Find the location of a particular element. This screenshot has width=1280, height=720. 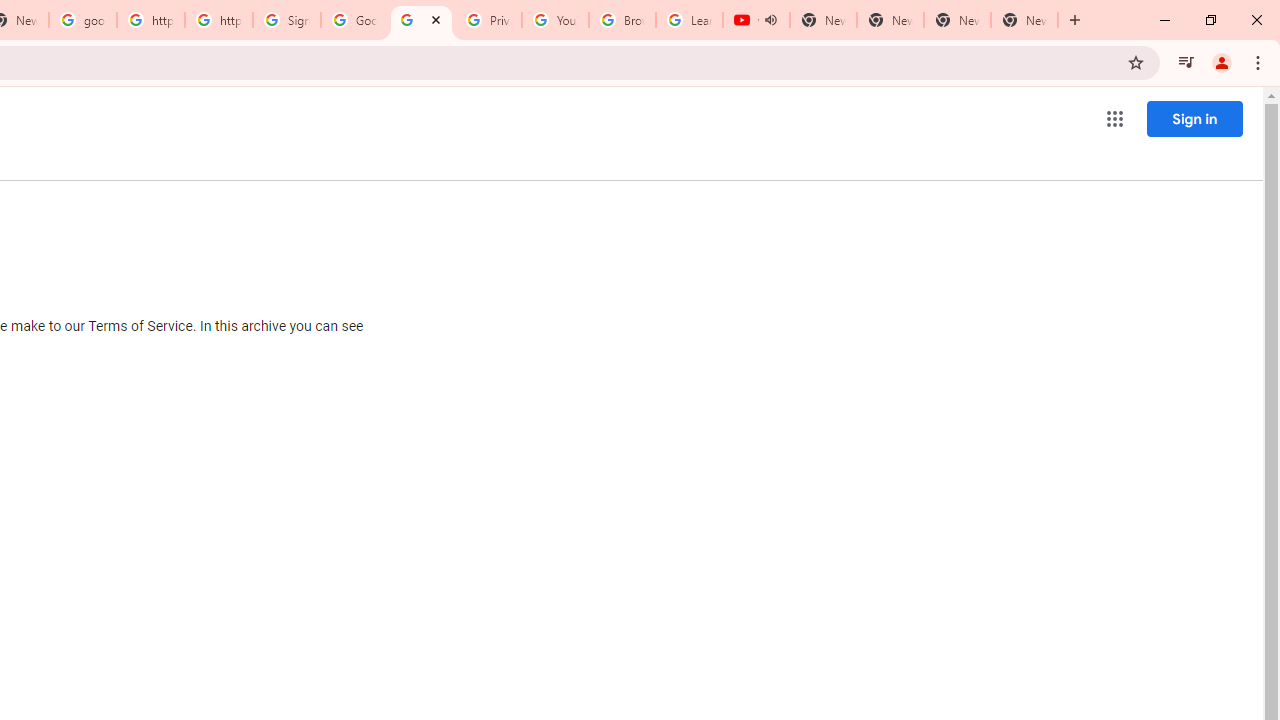

'Mute tab' is located at coordinates (770, 20).